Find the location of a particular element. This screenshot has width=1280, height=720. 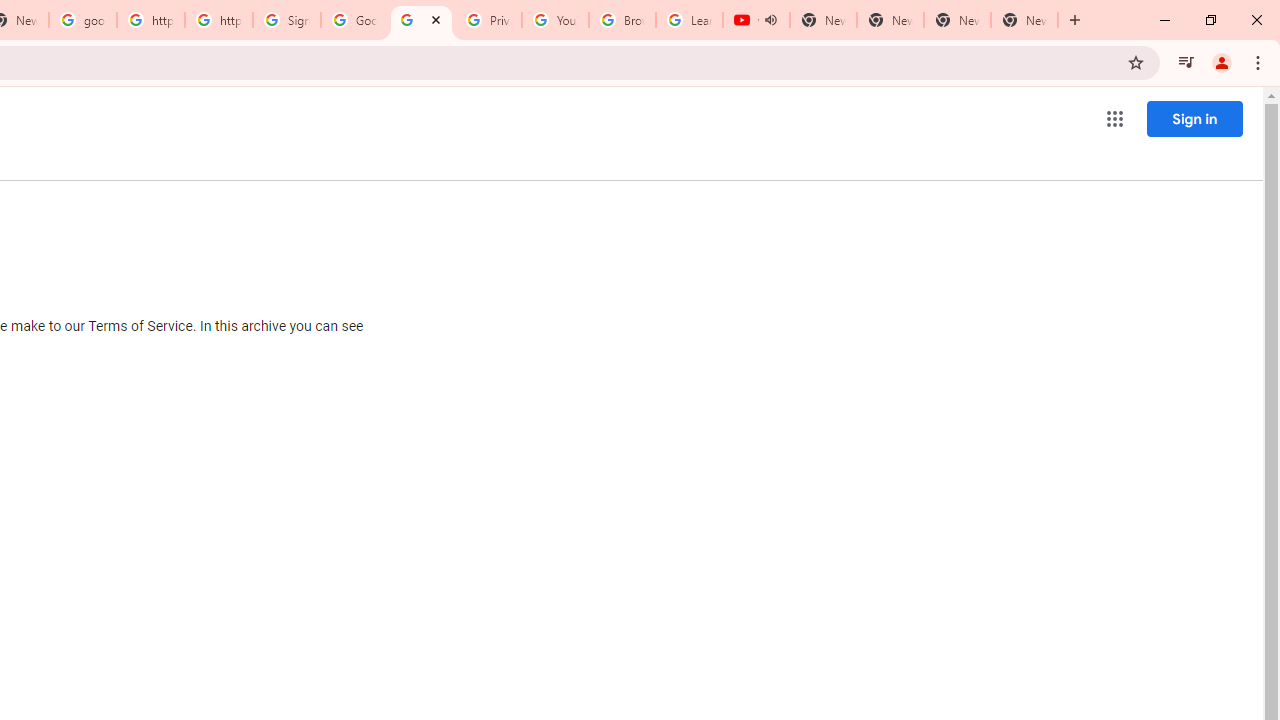

'Mute tab' is located at coordinates (770, 20).